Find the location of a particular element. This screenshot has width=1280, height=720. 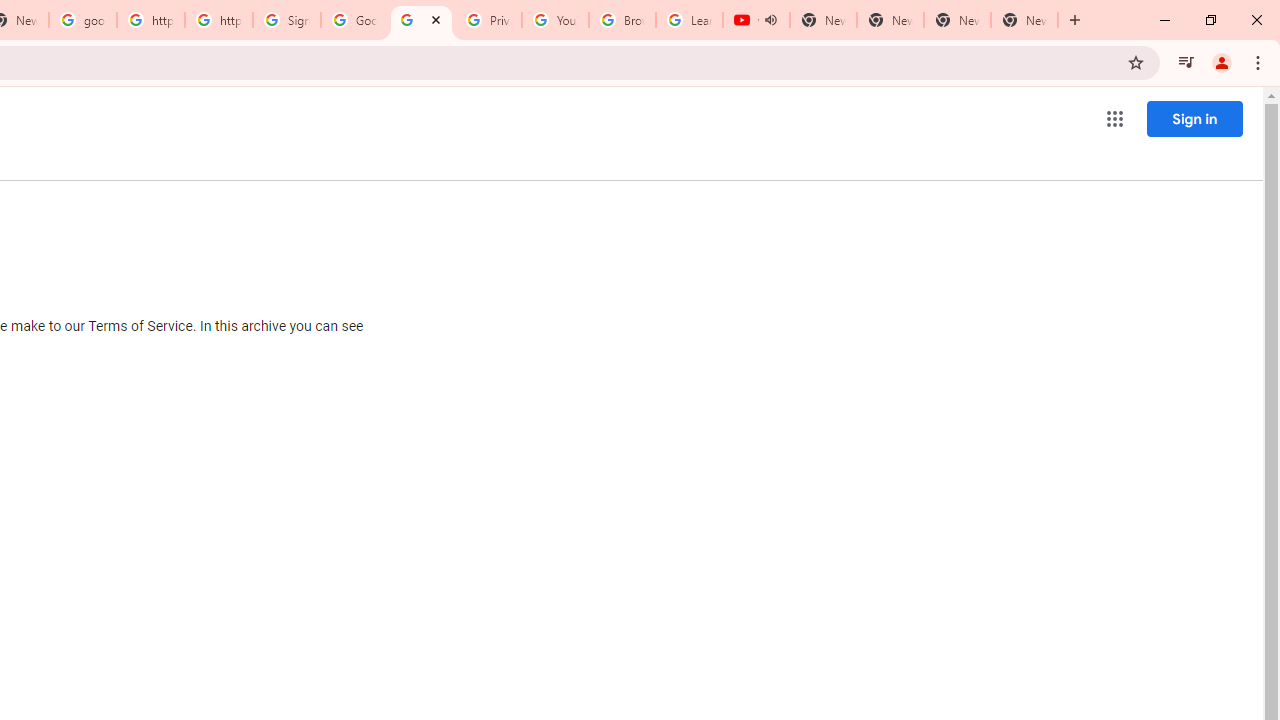

'Mute tab' is located at coordinates (770, 20).